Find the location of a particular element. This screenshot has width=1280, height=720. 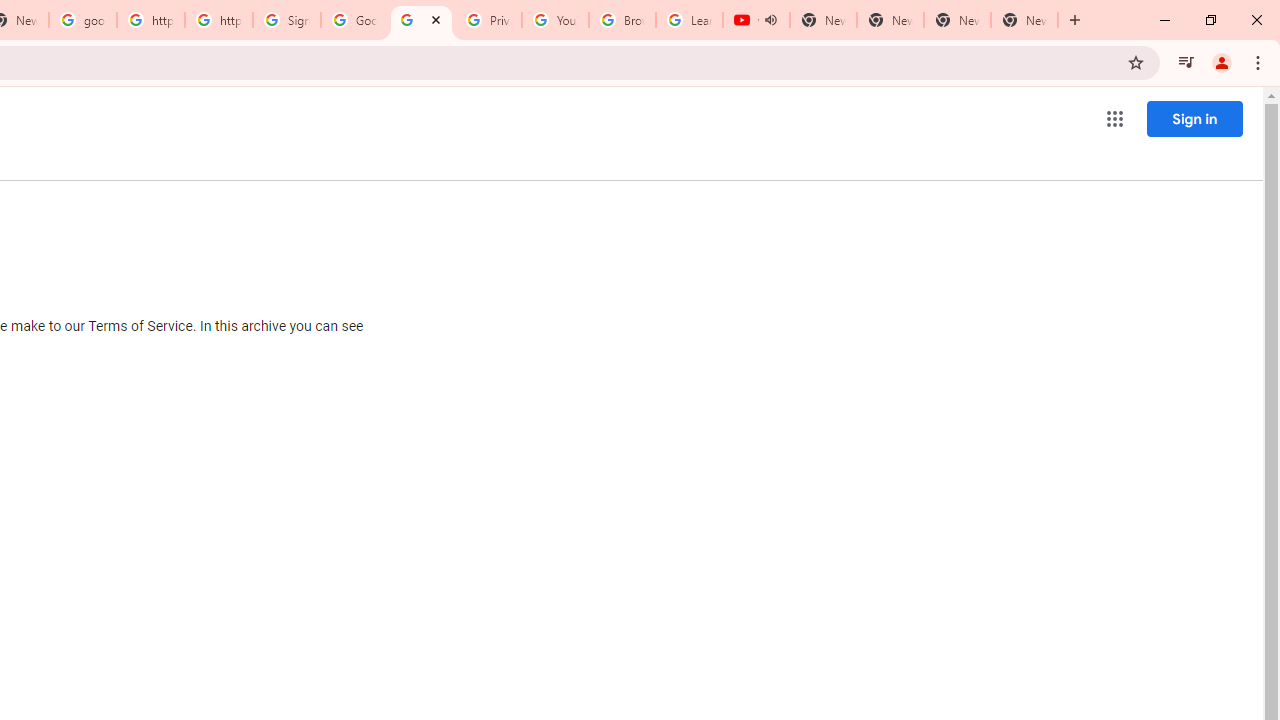

'Mute tab' is located at coordinates (770, 20).